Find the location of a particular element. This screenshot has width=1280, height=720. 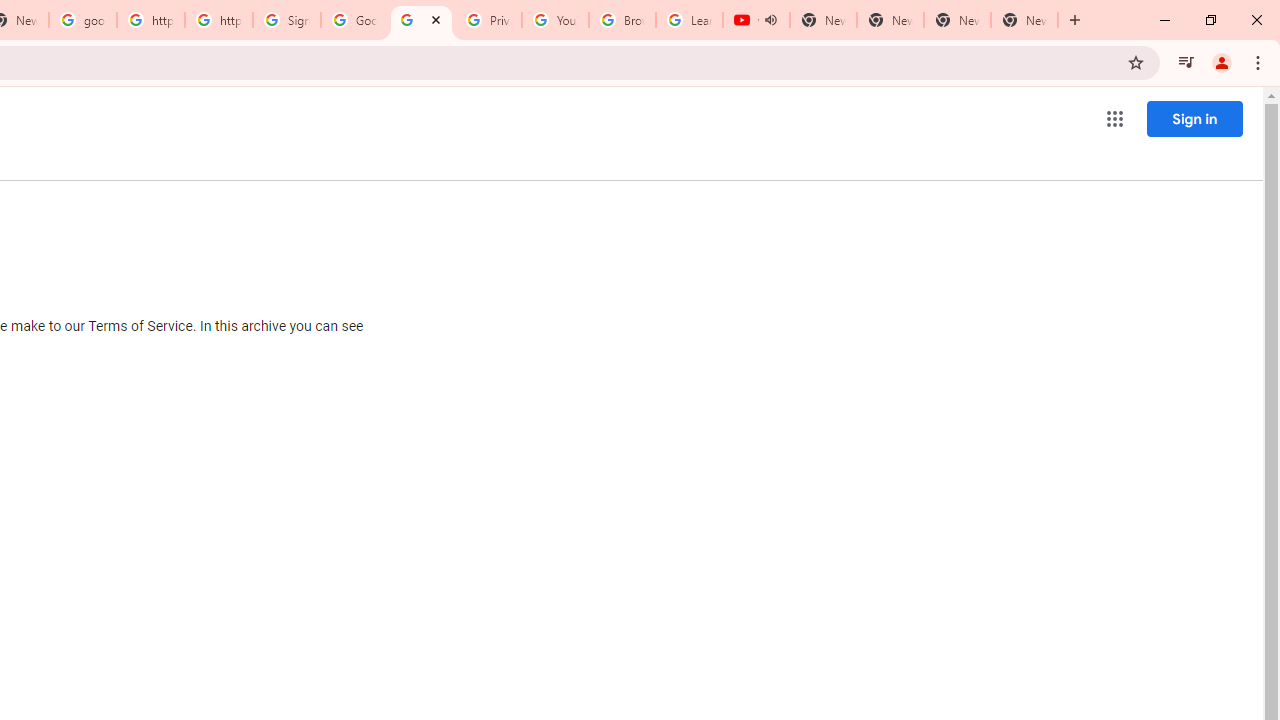

'Mute tab' is located at coordinates (770, 20).